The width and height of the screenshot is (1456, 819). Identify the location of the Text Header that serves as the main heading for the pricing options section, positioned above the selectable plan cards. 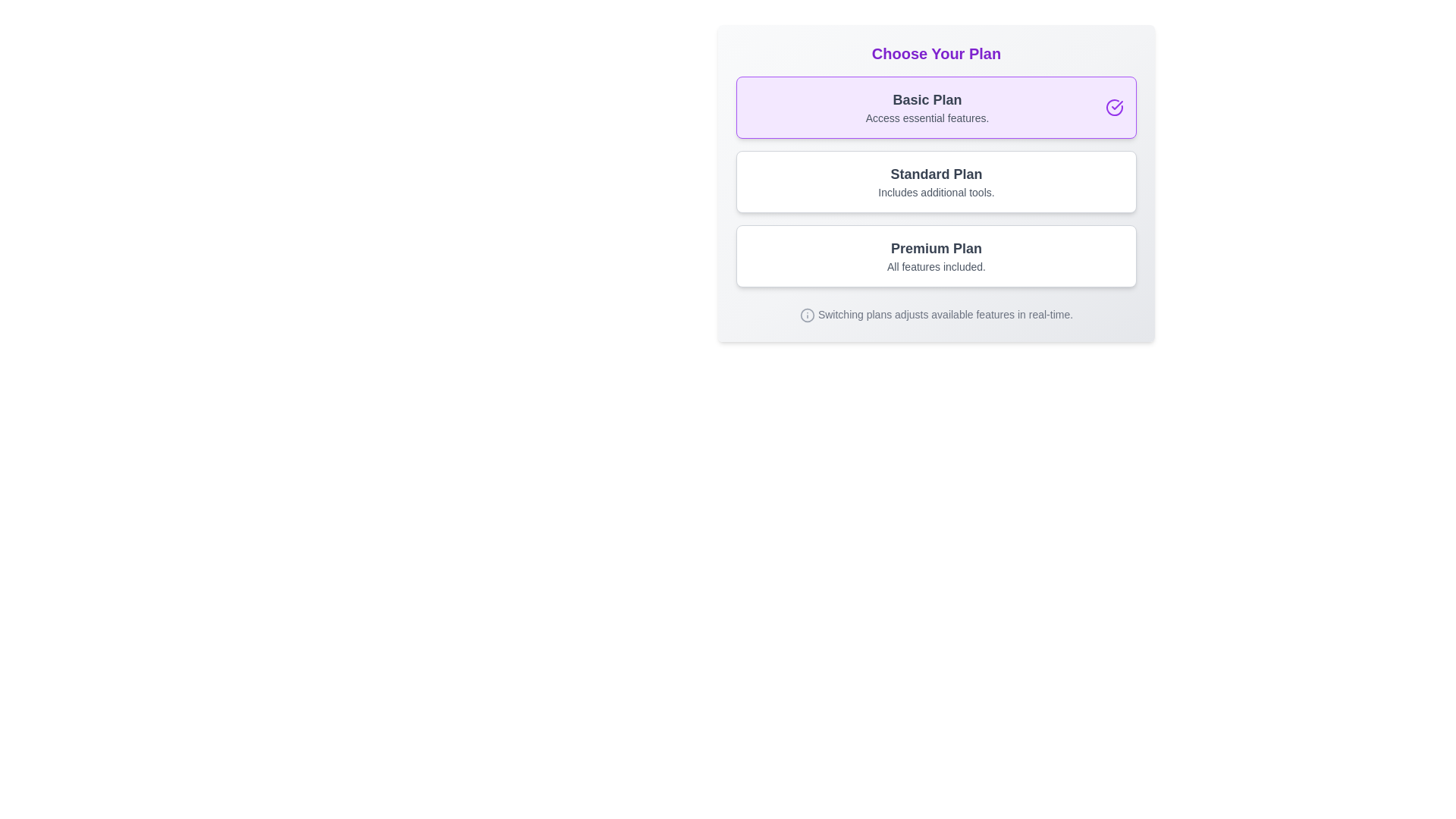
(935, 52).